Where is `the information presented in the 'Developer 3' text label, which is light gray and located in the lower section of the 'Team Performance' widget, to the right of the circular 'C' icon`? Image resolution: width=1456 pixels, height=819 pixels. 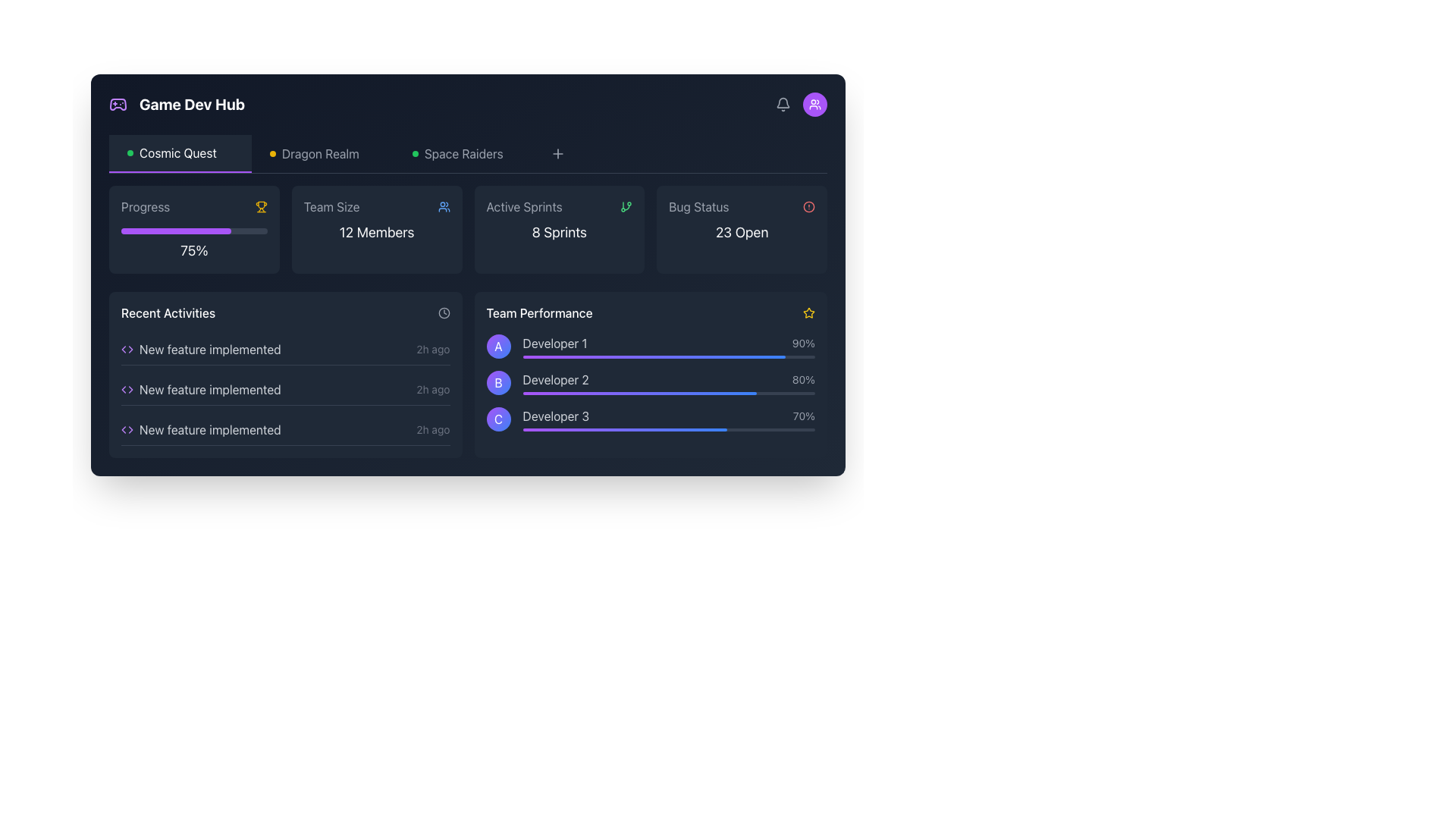 the information presented in the 'Developer 3' text label, which is light gray and located in the lower section of the 'Team Performance' widget, to the right of the circular 'C' icon is located at coordinates (555, 416).